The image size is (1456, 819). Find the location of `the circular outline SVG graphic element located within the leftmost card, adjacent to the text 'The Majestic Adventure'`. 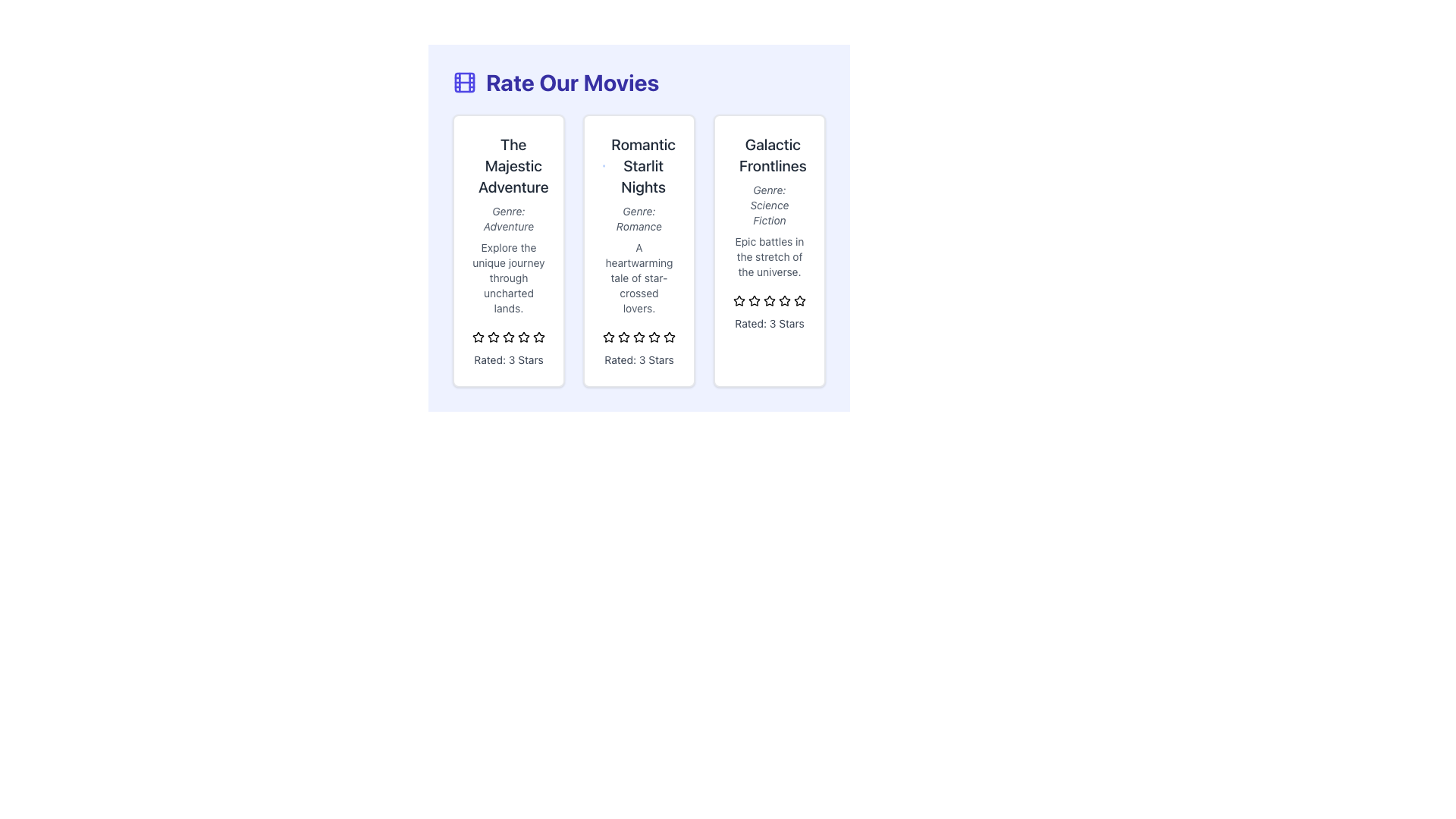

the circular outline SVG graphic element located within the leftmost card, adjacent to the text 'The Majestic Adventure' is located at coordinates (480, 167).